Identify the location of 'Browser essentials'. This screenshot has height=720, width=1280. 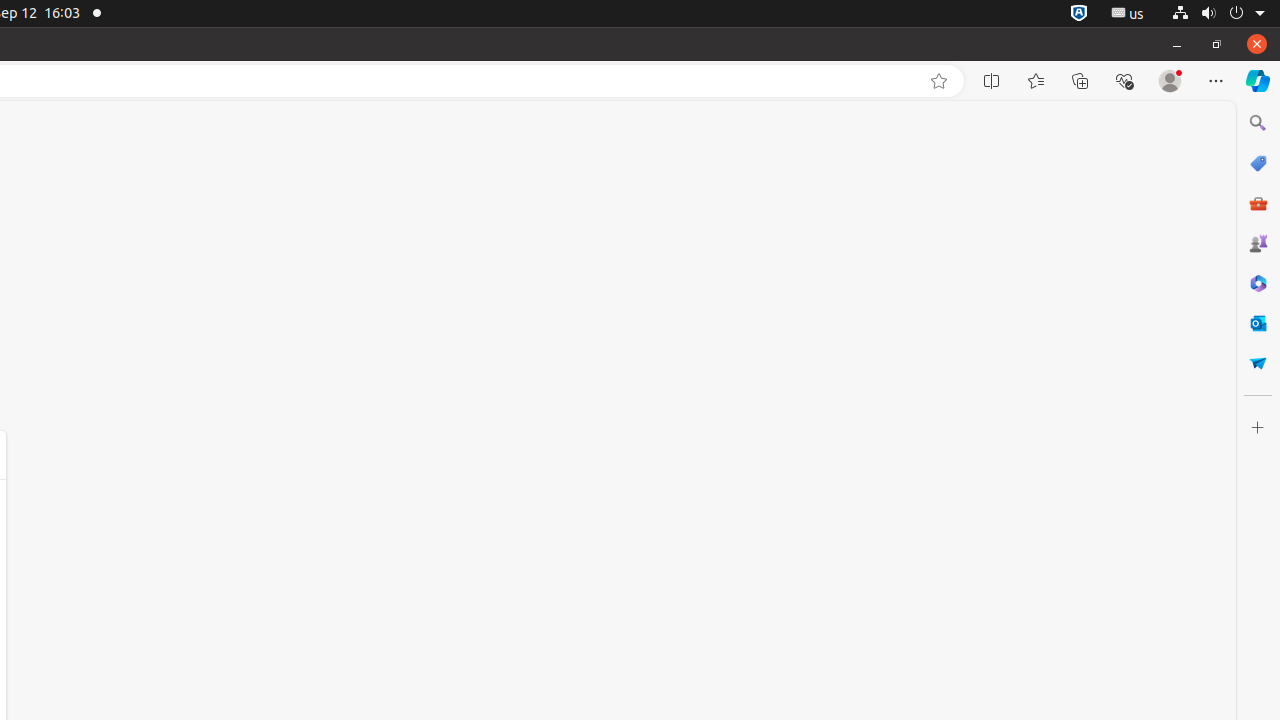
(1123, 80).